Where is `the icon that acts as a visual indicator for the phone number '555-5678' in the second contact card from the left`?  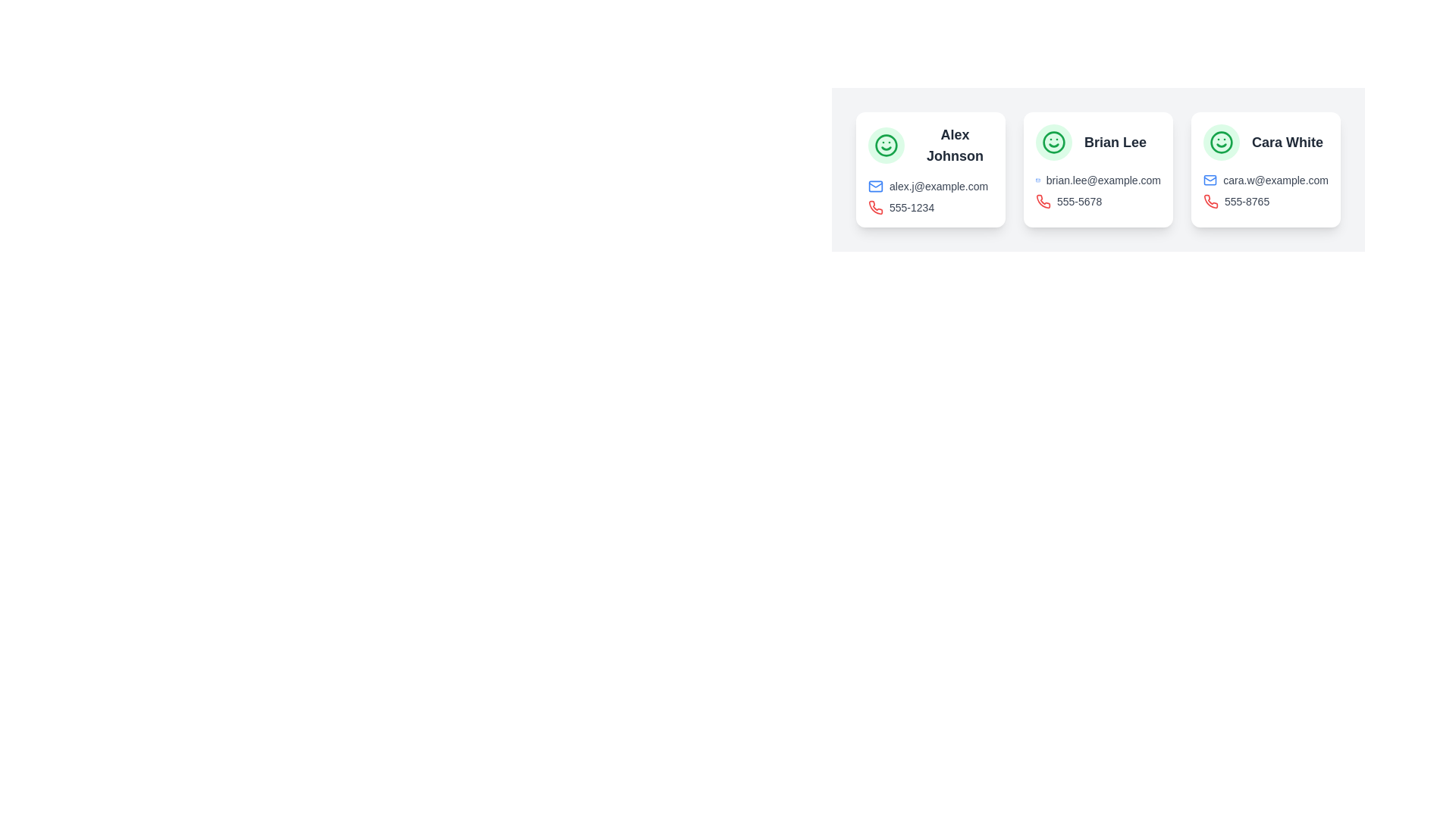
the icon that acts as a visual indicator for the phone number '555-5678' in the second contact card from the left is located at coordinates (1043, 201).